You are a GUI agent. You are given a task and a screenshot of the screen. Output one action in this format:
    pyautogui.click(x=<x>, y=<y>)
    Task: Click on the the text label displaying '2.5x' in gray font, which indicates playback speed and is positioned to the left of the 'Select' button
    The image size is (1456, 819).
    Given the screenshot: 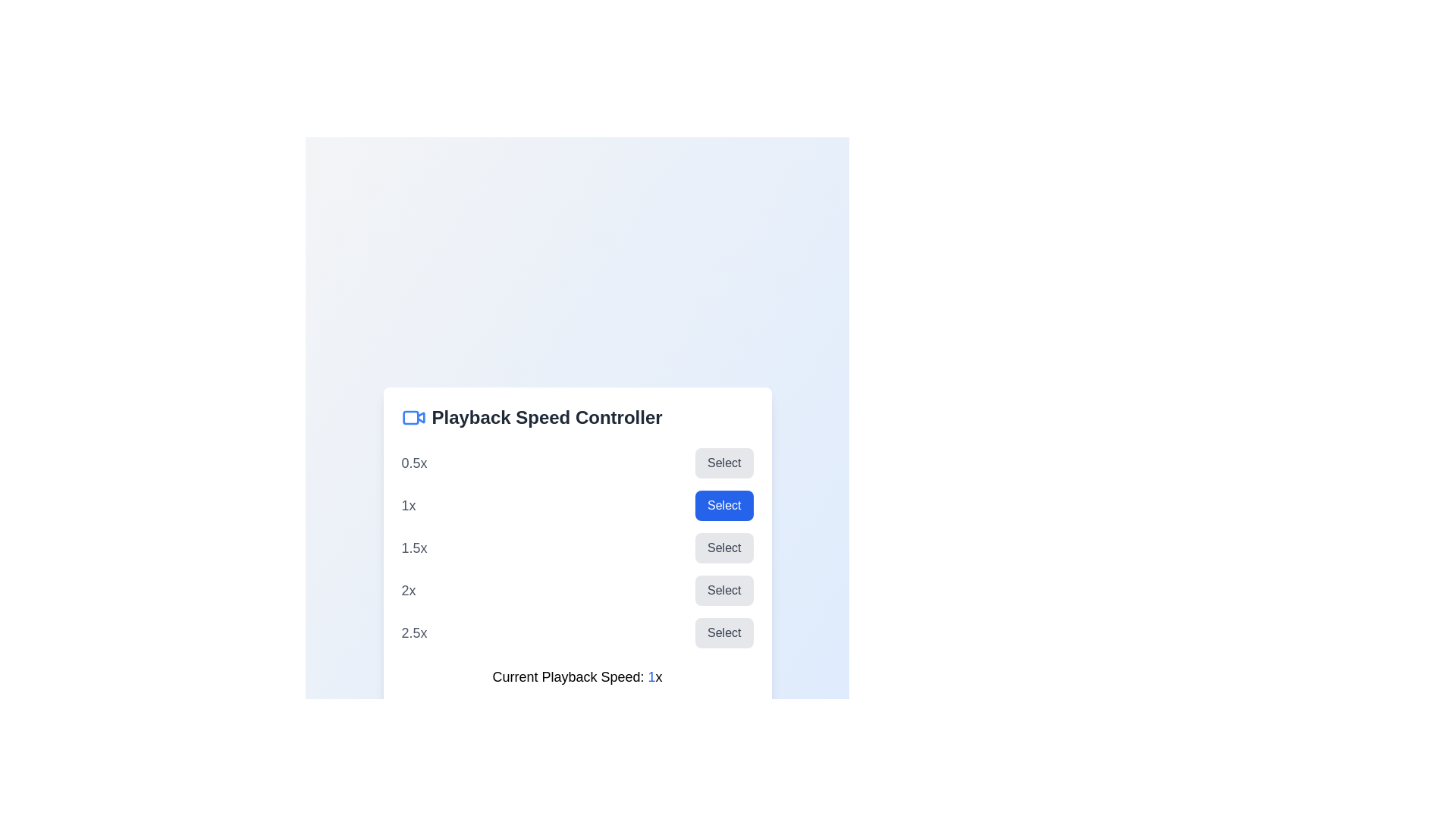 What is the action you would take?
    pyautogui.click(x=414, y=632)
    